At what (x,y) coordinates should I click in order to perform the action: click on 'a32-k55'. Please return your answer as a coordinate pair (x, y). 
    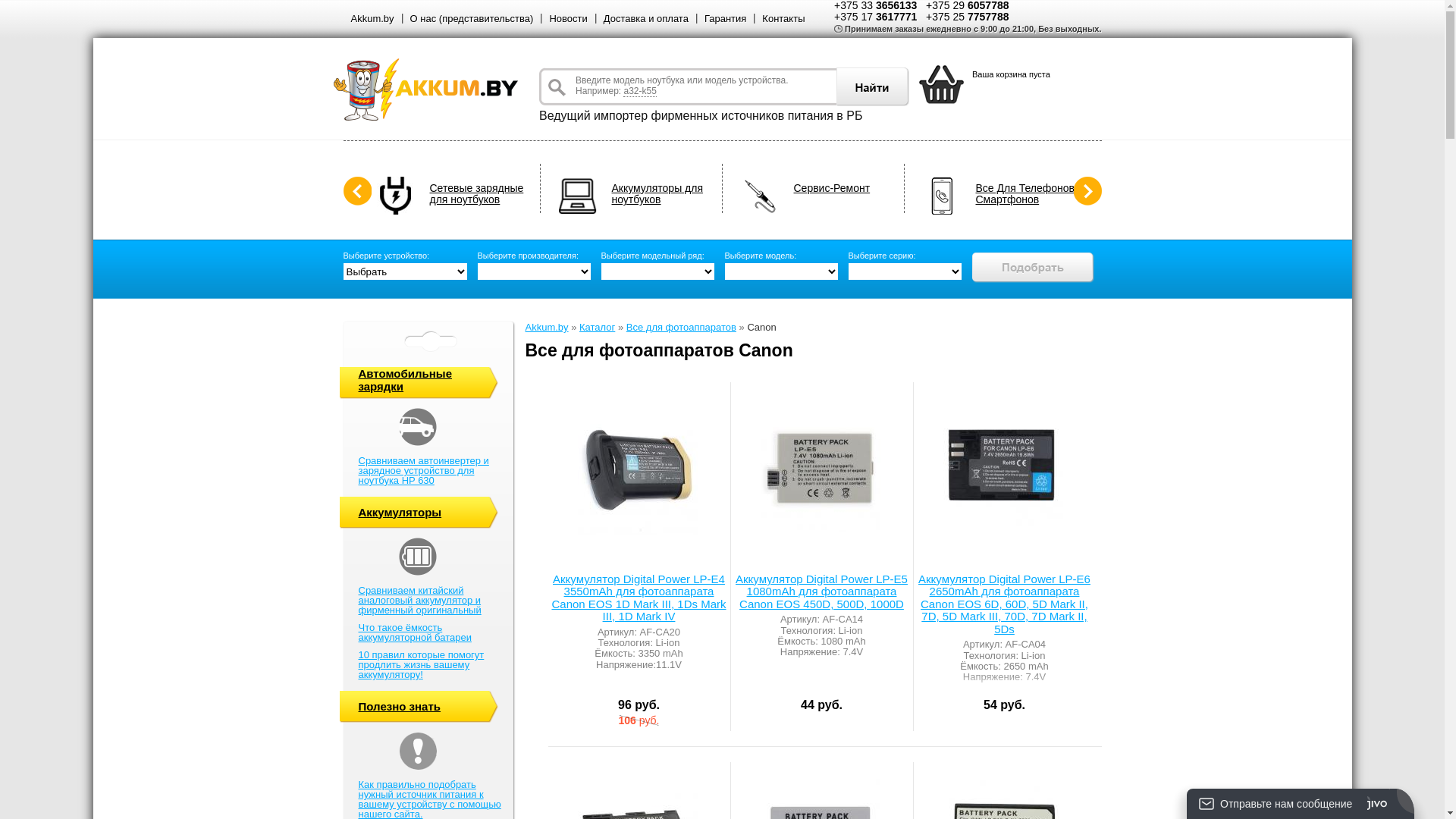
    Looking at the image, I should click on (639, 91).